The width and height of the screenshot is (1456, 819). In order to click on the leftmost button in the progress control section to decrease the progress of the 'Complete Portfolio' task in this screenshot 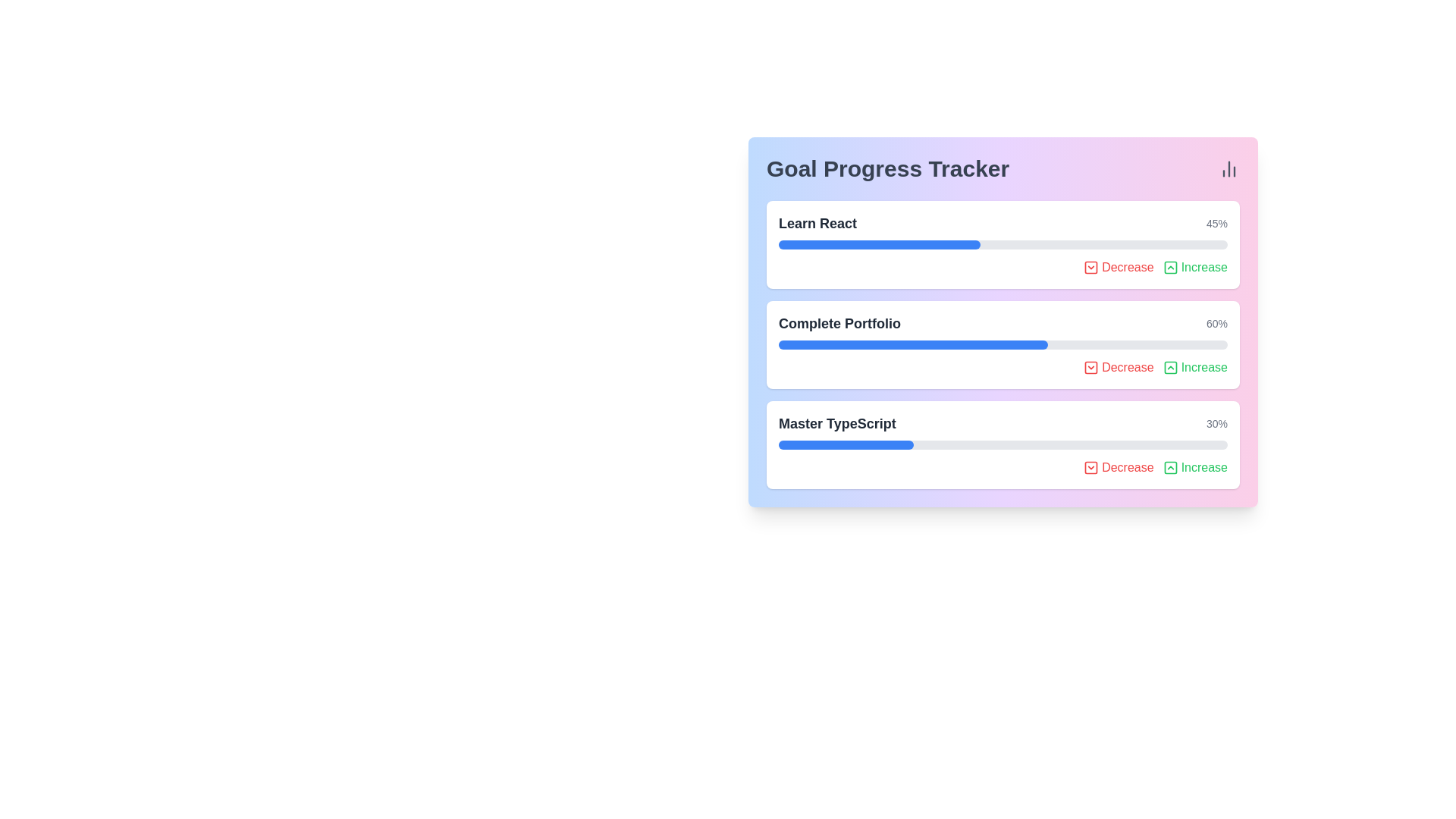, I will do `click(1119, 368)`.